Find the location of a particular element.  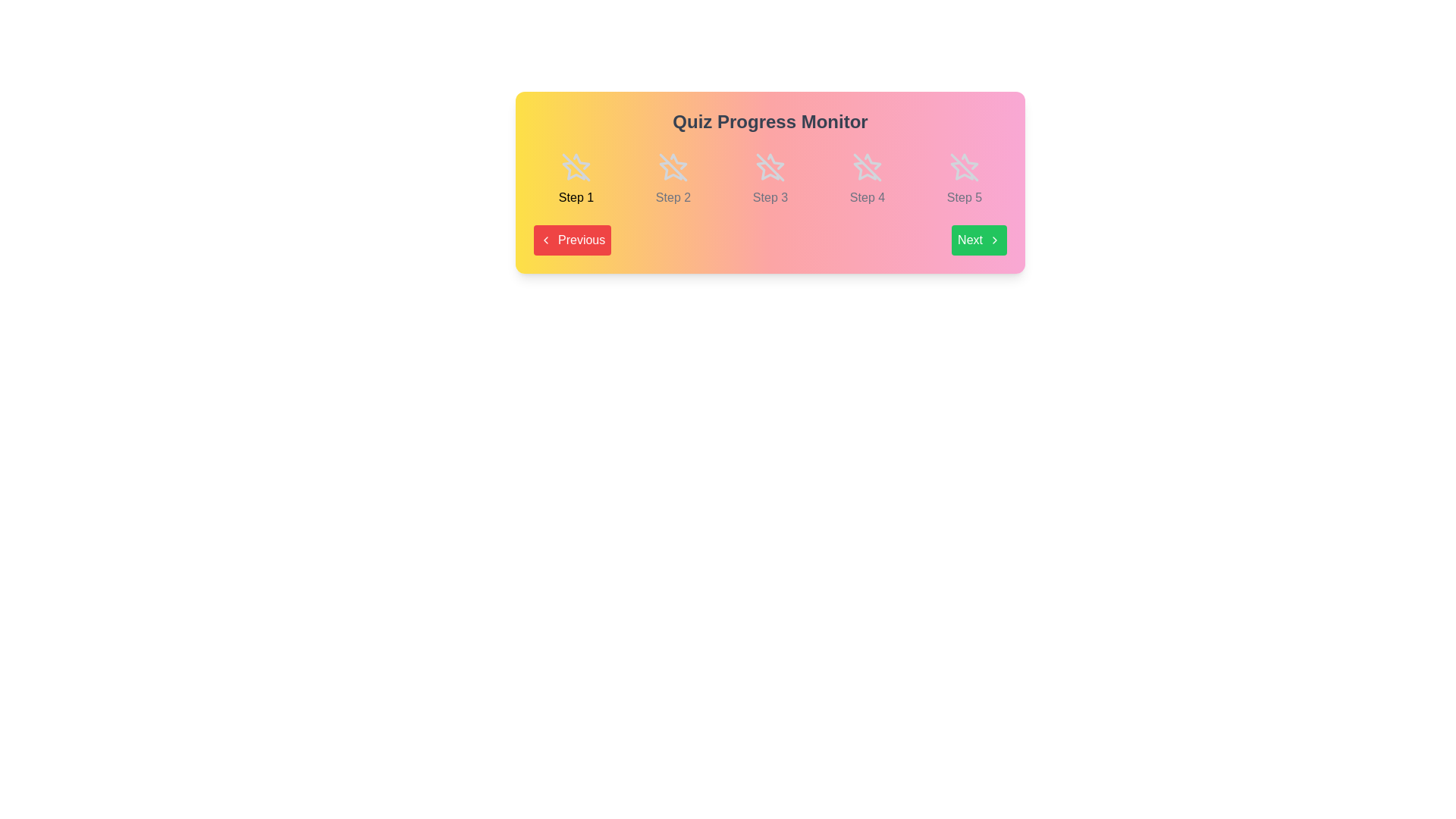

the diagonal line forming part of the decorative star icon representing 'Step 4' in the quiz progress tracker, which has a gray stroke and no fill, located below the 'Quiz Progress Monitor' heading is located at coordinates (867, 167).